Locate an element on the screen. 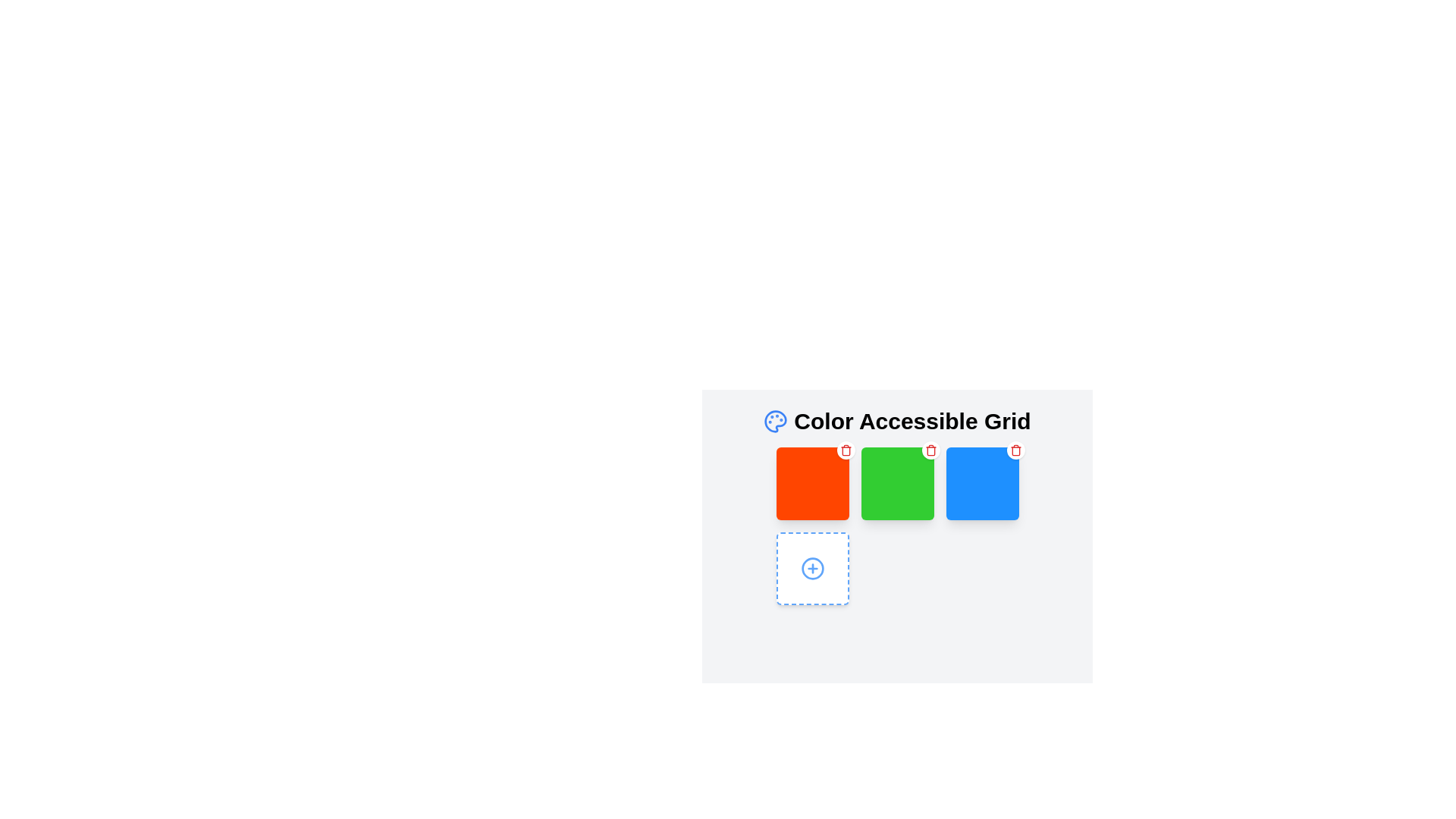  the delete button located at the top-right corner of the blue tile in the rightmost position of the 'Color Accessible Grid' is located at coordinates (1015, 450).